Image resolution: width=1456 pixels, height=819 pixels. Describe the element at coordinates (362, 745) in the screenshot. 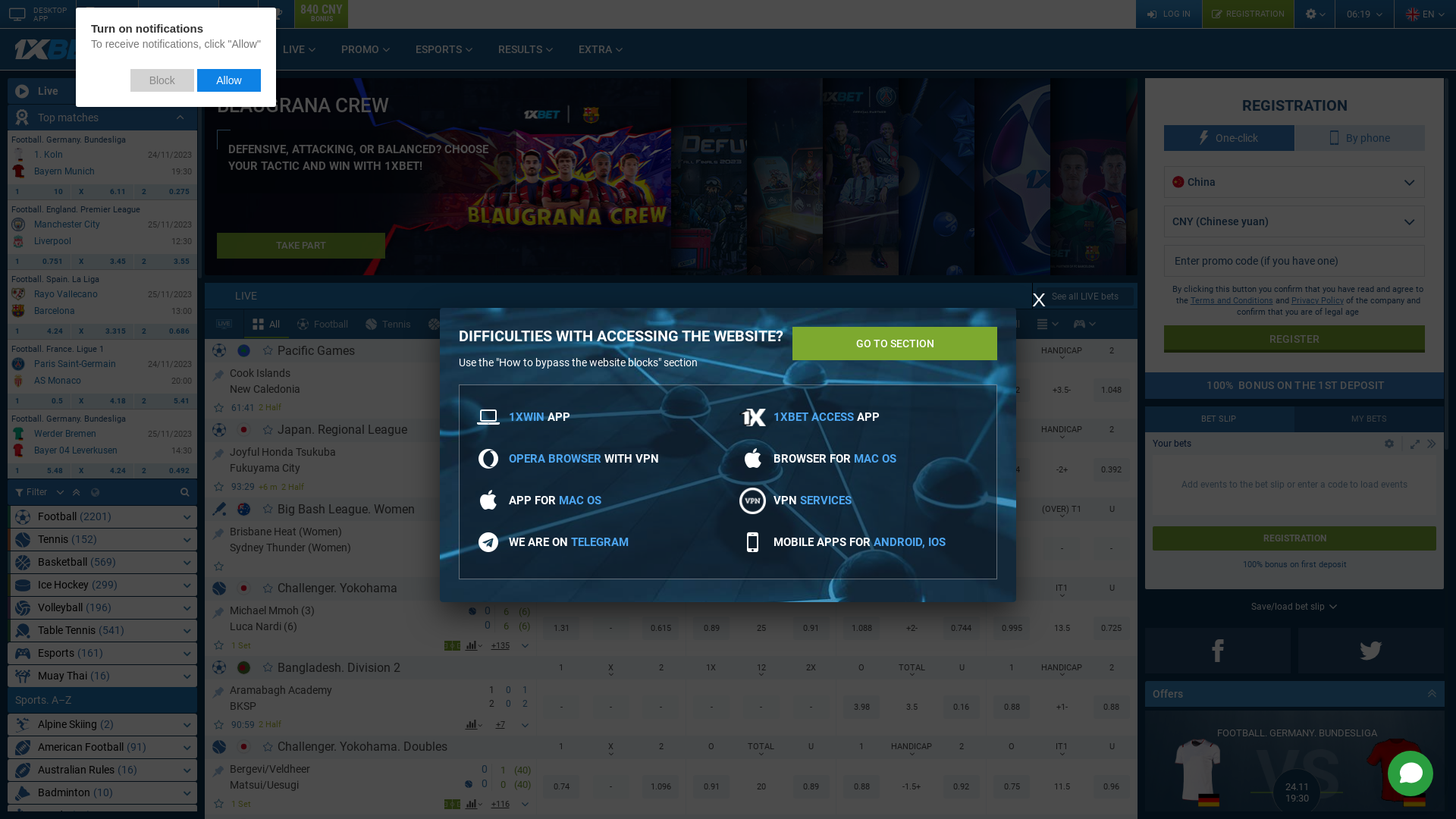

I see `'Challenger. Yokohama. Doubles'` at that location.